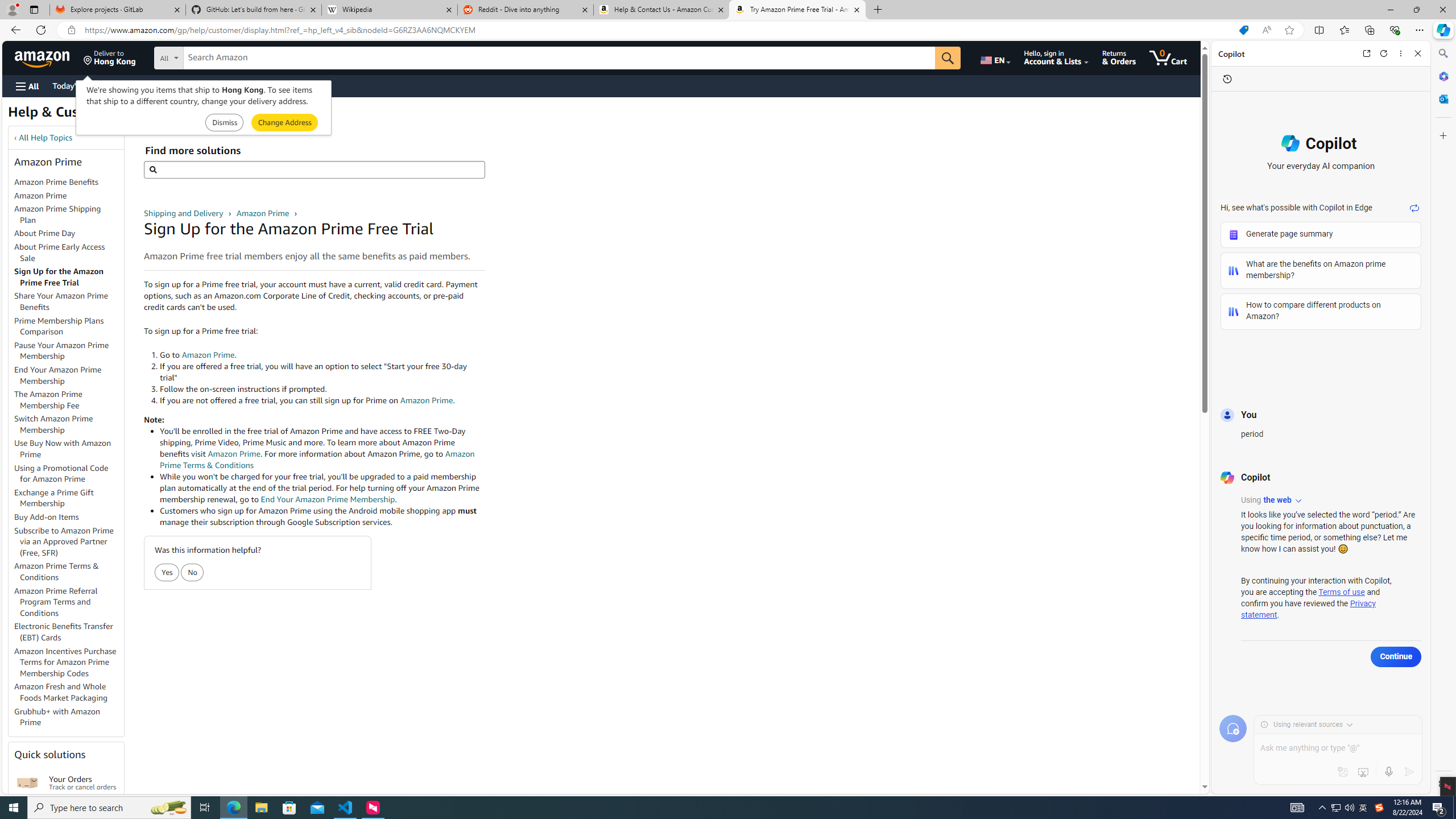  What do you see at coordinates (61, 300) in the screenshot?
I see `'Share Your Amazon Prime Benefits'` at bounding box center [61, 300].